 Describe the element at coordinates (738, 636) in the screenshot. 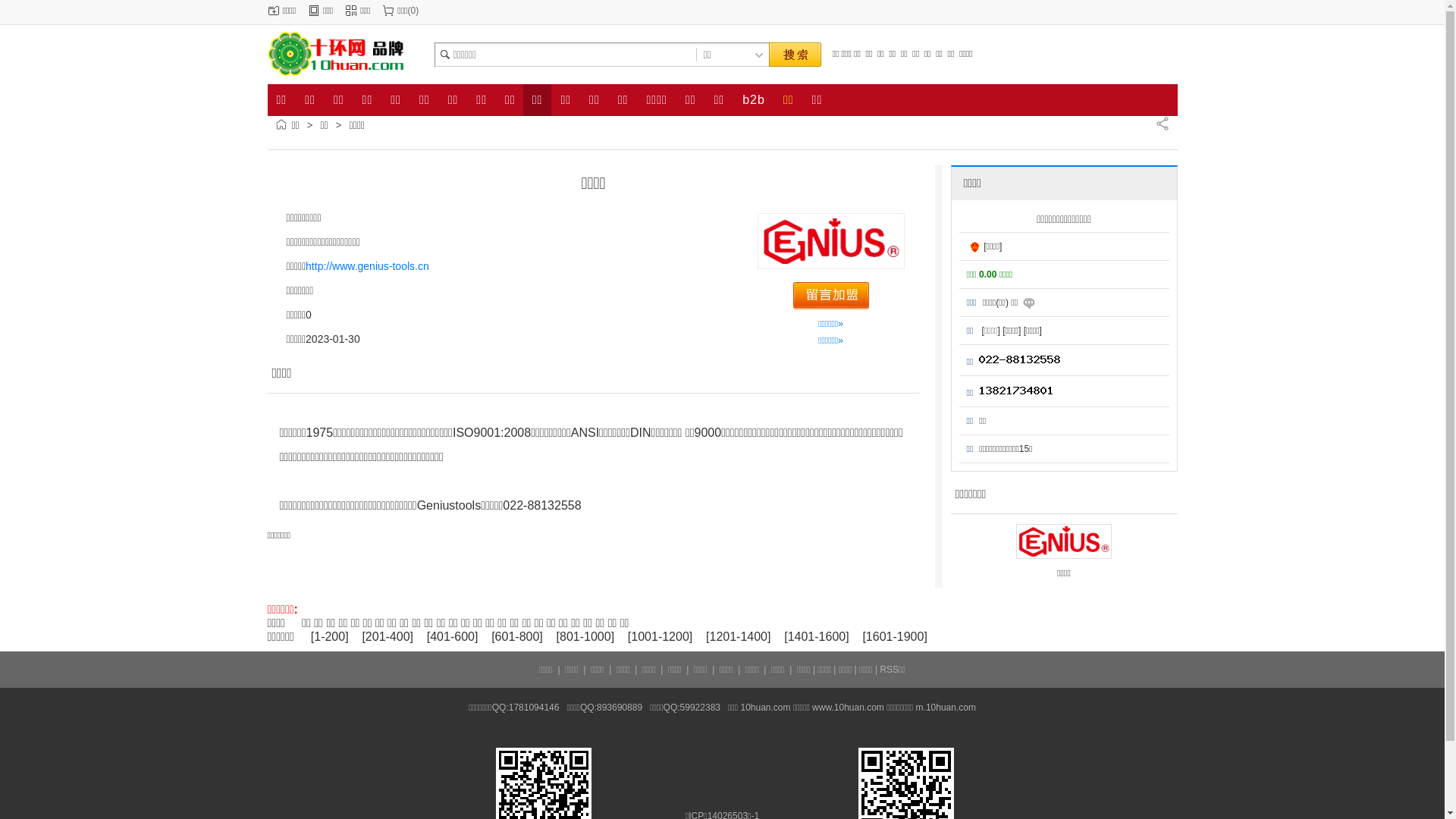

I see `'1201-1400'` at that location.